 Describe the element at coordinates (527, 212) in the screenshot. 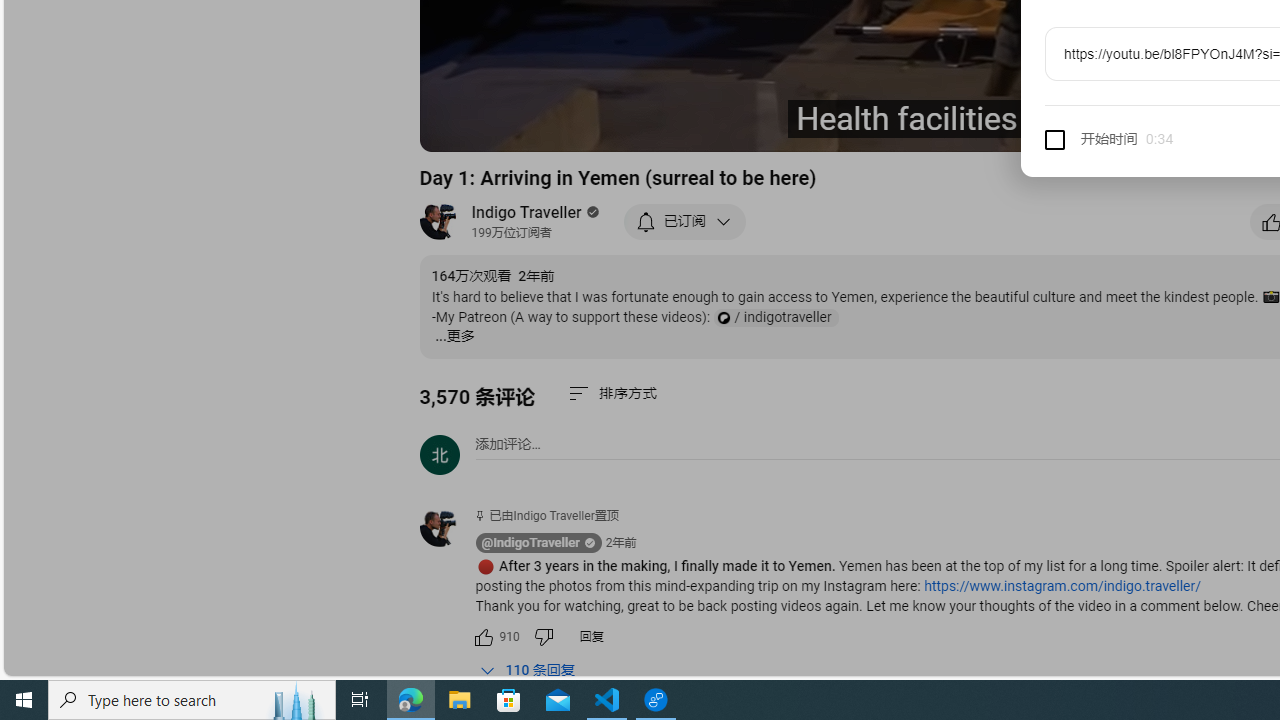

I see `'Indigo Traveller'` at that location.